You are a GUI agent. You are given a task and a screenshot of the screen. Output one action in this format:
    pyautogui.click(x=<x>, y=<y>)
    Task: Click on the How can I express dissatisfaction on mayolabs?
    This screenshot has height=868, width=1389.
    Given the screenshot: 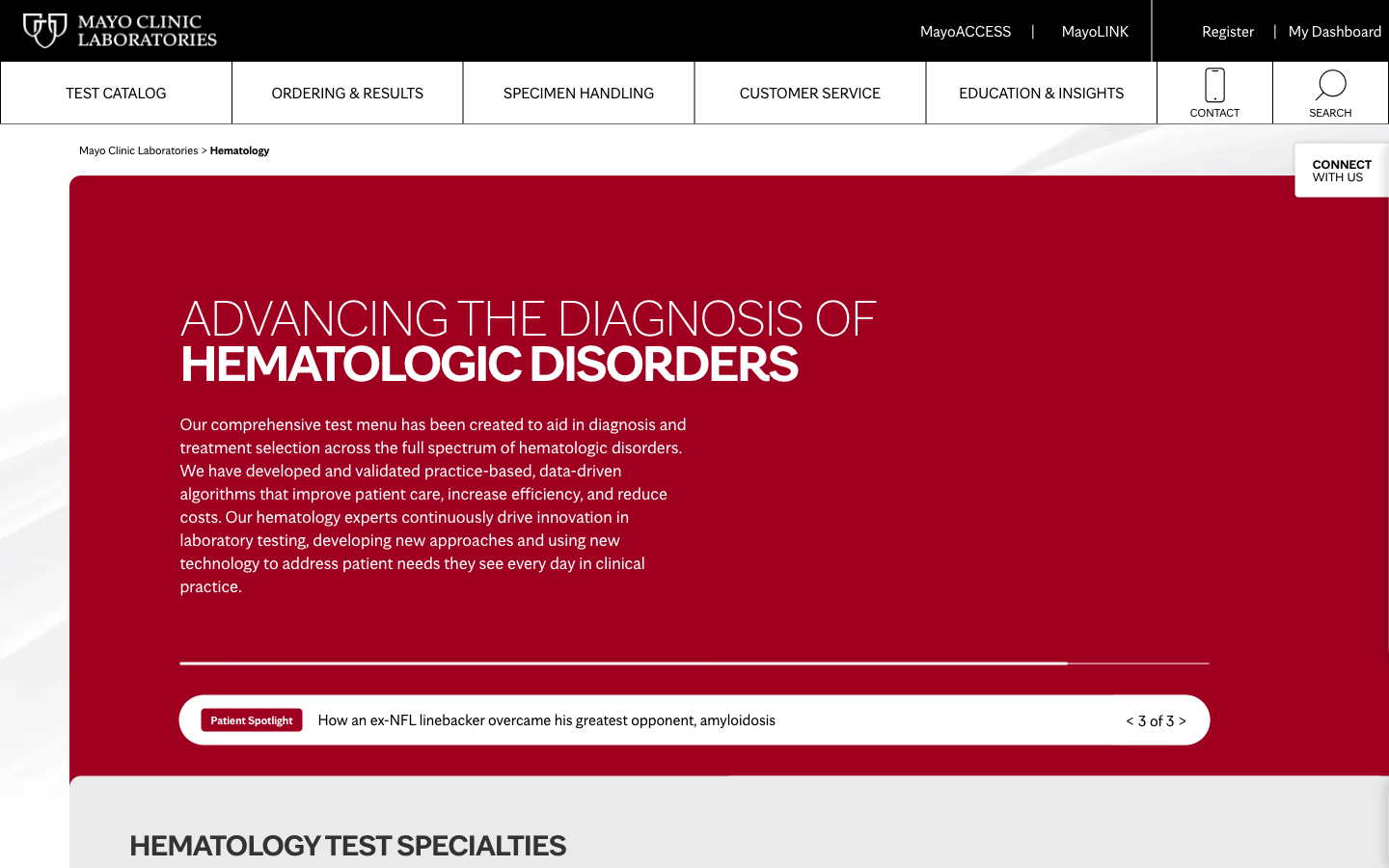 What is the action you would take?
    pyautogui.click(x=809, y=92)
    